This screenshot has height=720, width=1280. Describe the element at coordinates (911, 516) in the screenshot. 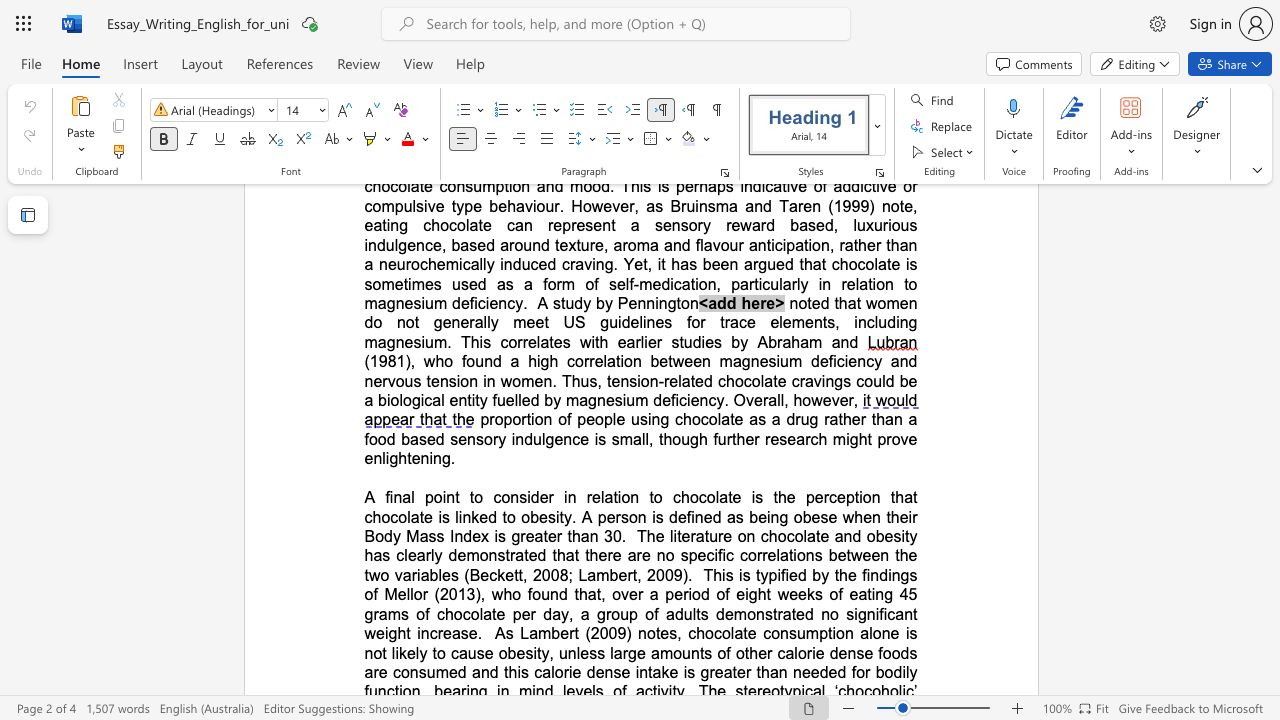

I see `the subset text "r Body Mass Index" within the text "that chocolate is linked to obesity. A person is defined as being obese when their Body Mass Index is greater than 30"` at that location.